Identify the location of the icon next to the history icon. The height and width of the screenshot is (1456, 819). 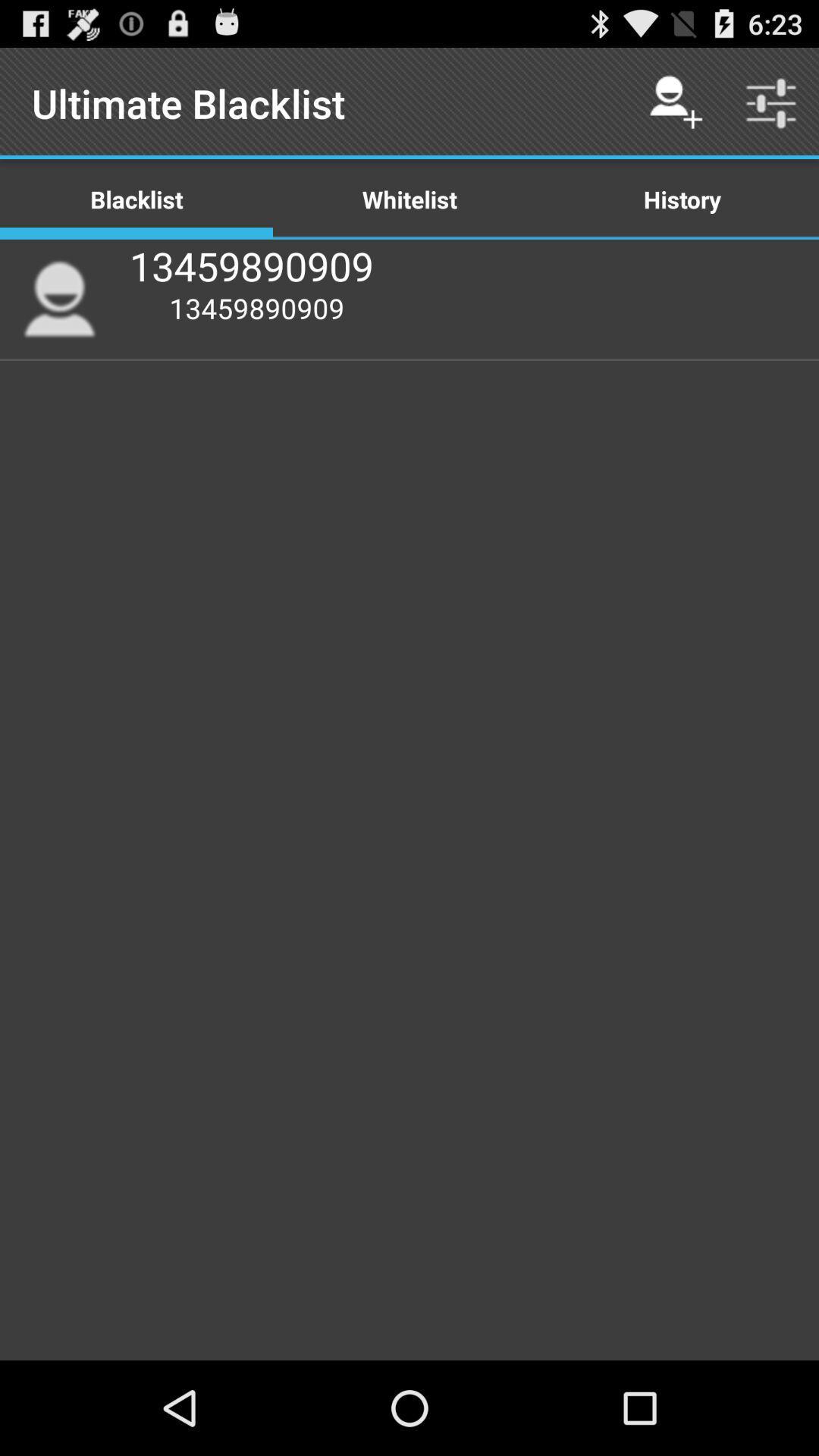
(409, 198).